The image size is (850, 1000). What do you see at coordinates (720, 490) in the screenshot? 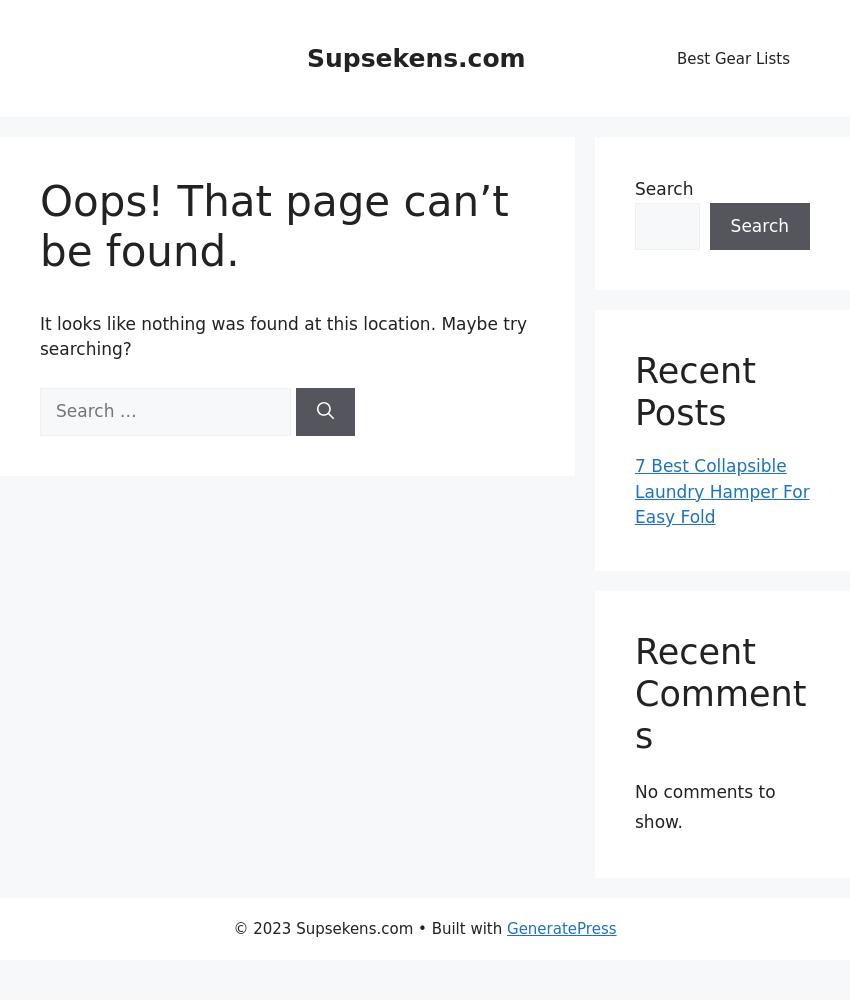
I see `'7 Best Collapsible Laundry Hamper For Easy Fold'` at bounding box center [720, 490].